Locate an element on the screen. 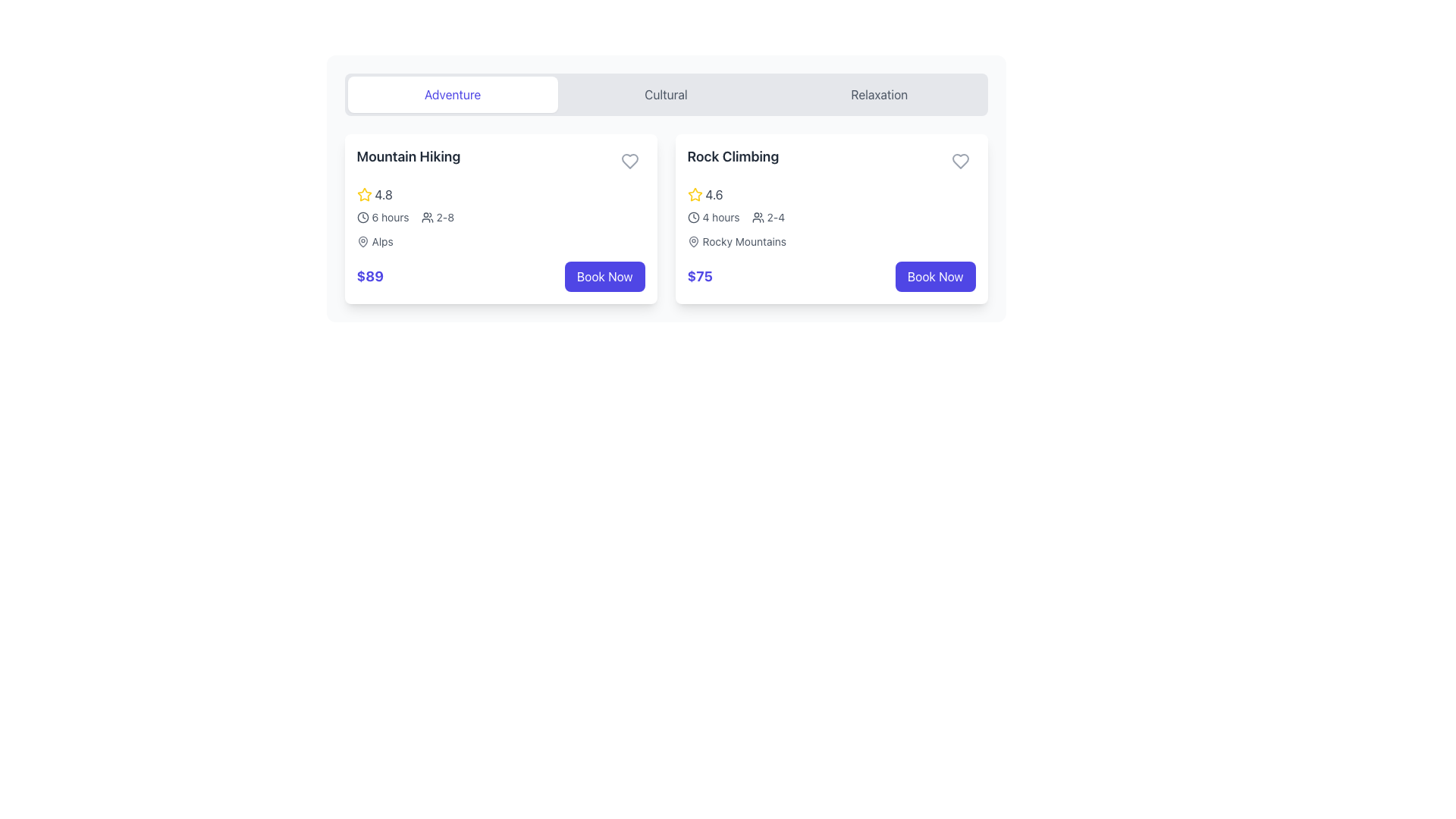 The height and width of the screenshot is (819, 1456). the 'Relaxation' button, the rightmost button in a group of three, to observe the hover effect is located at coordinates (879, 94).